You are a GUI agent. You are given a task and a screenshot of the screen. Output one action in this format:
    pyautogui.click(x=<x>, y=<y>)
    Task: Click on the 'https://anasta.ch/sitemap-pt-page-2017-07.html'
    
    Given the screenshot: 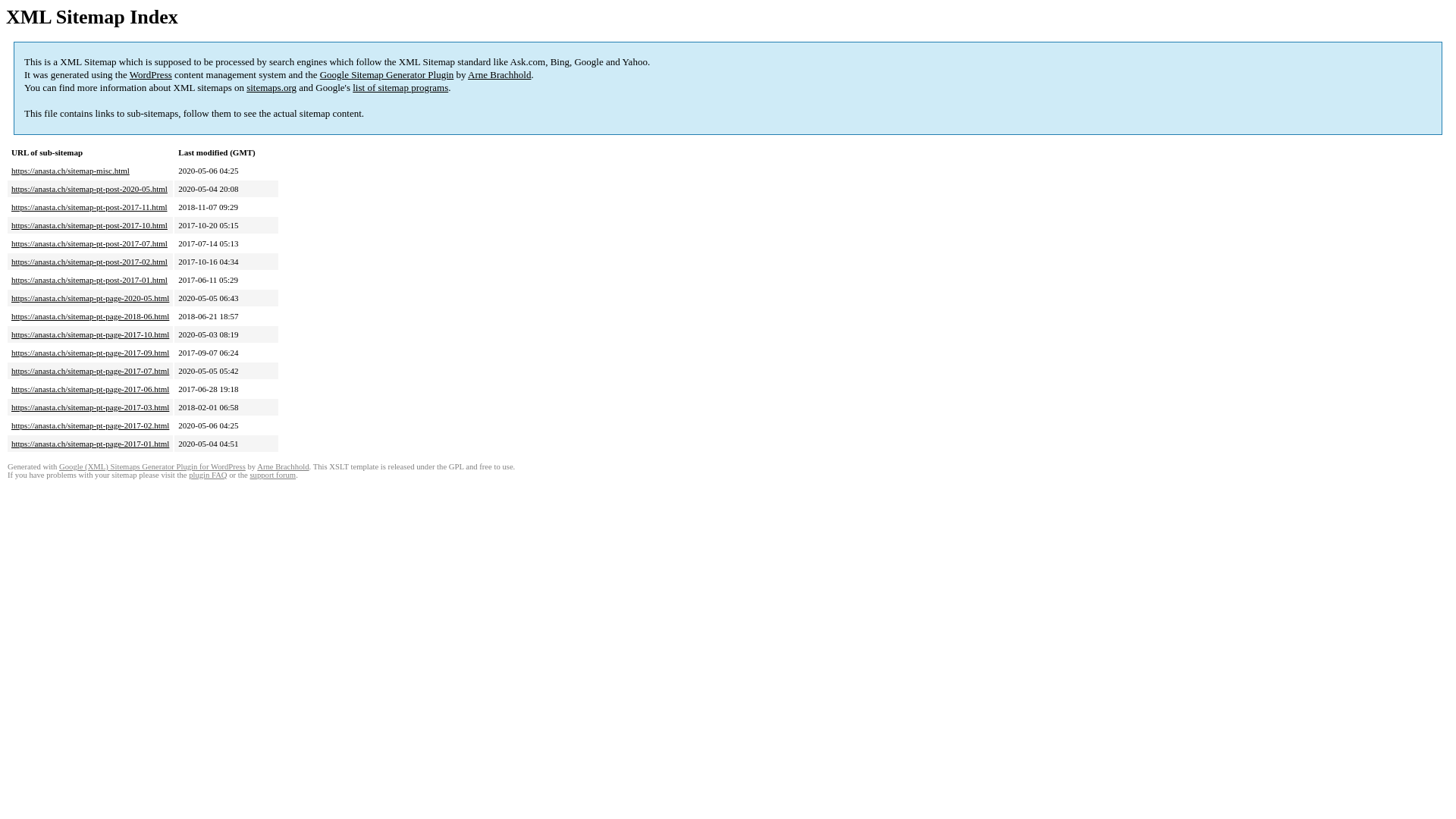 What is the action you would take?
    pyautogui.click(x=89, y=371)
    